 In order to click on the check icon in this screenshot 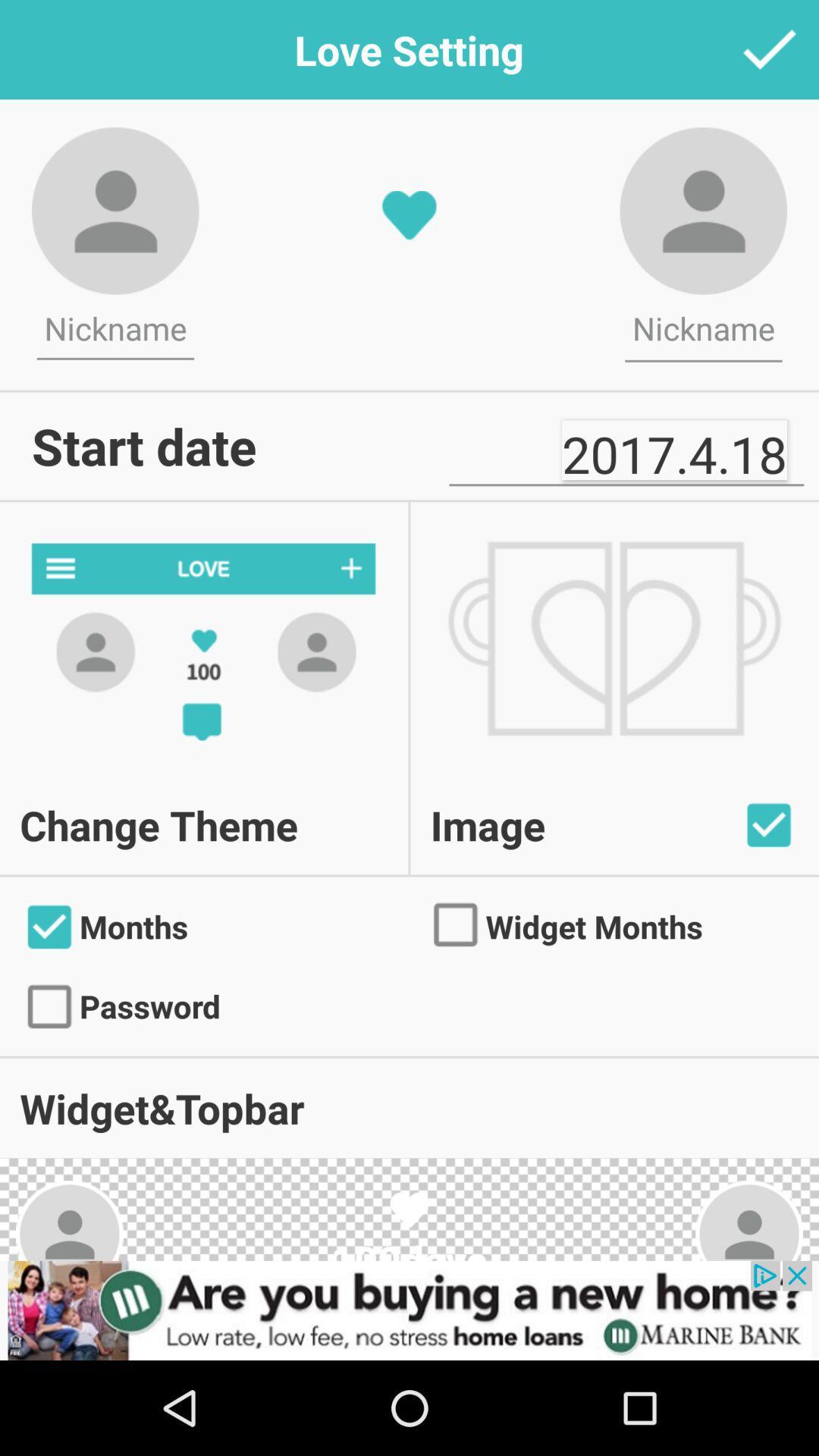, I will do `click(769, 883)`.